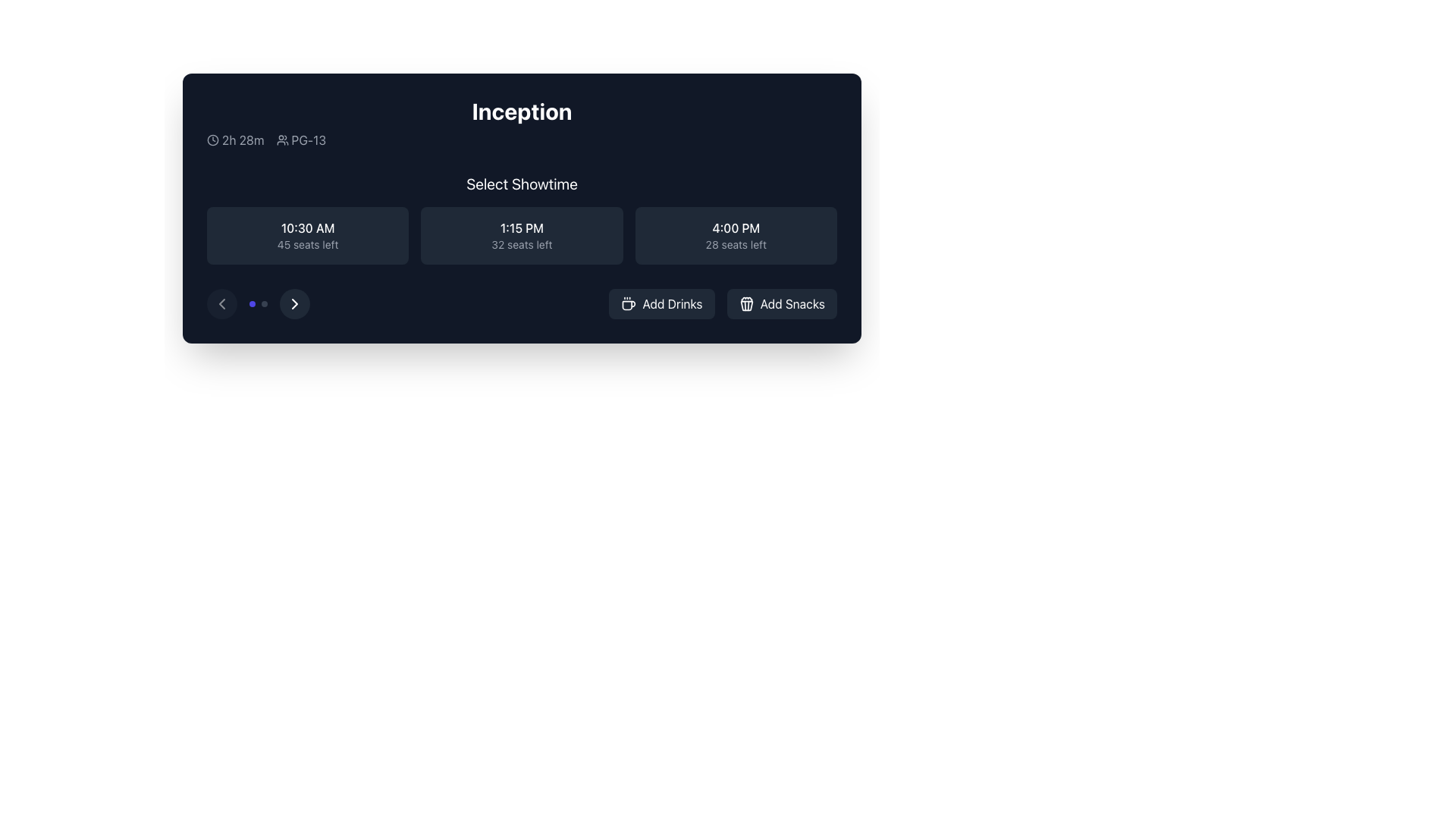 The height and width of the screenshot is (819, 1456). I want to click on the first button for selecting the 10:30 AM showtime to possibly view additional details or highlight the button, so click(307, 236).